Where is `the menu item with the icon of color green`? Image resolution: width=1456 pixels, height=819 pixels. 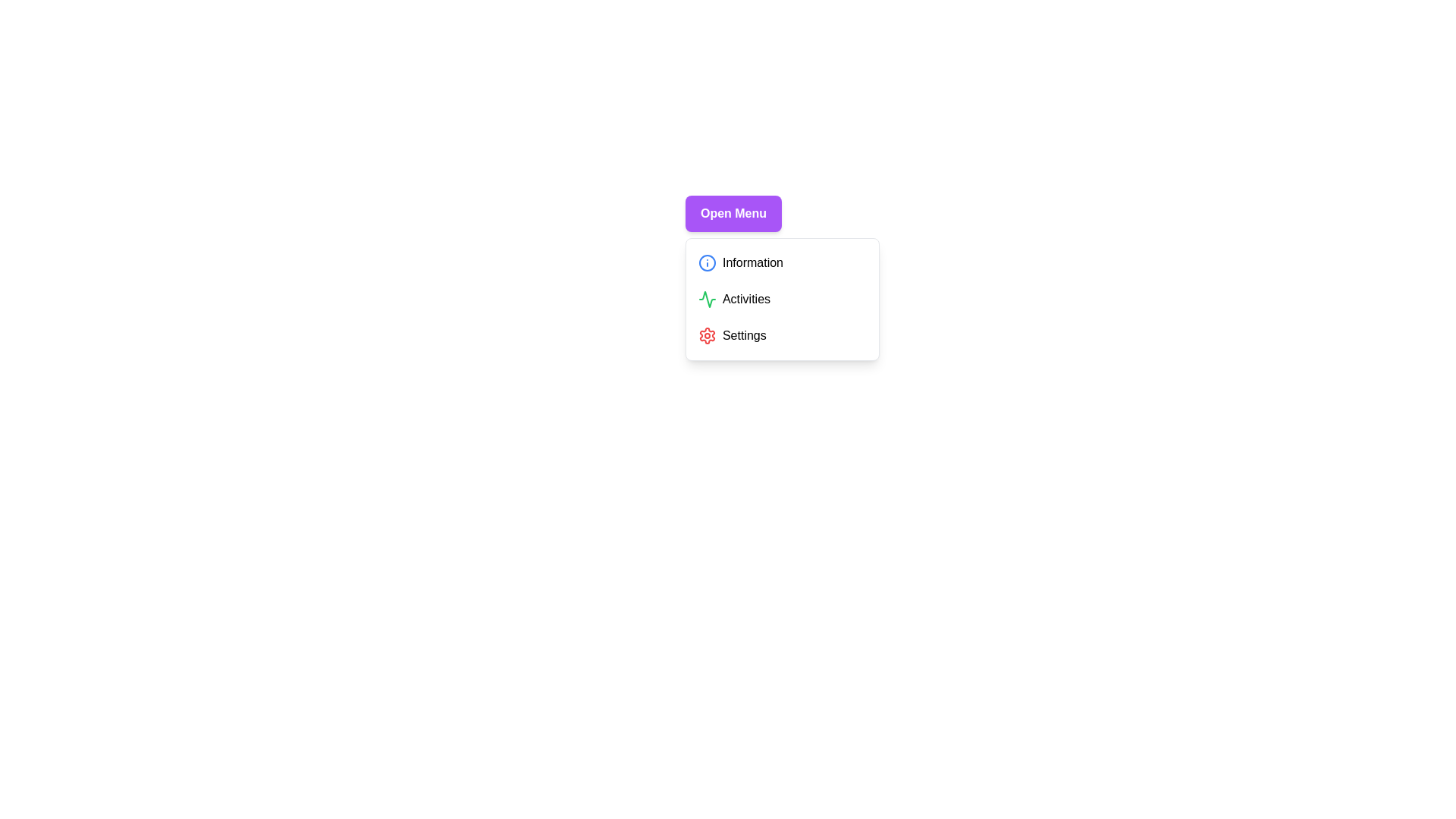
the menu item with the icon of color green is located at coordinates (706, 299).